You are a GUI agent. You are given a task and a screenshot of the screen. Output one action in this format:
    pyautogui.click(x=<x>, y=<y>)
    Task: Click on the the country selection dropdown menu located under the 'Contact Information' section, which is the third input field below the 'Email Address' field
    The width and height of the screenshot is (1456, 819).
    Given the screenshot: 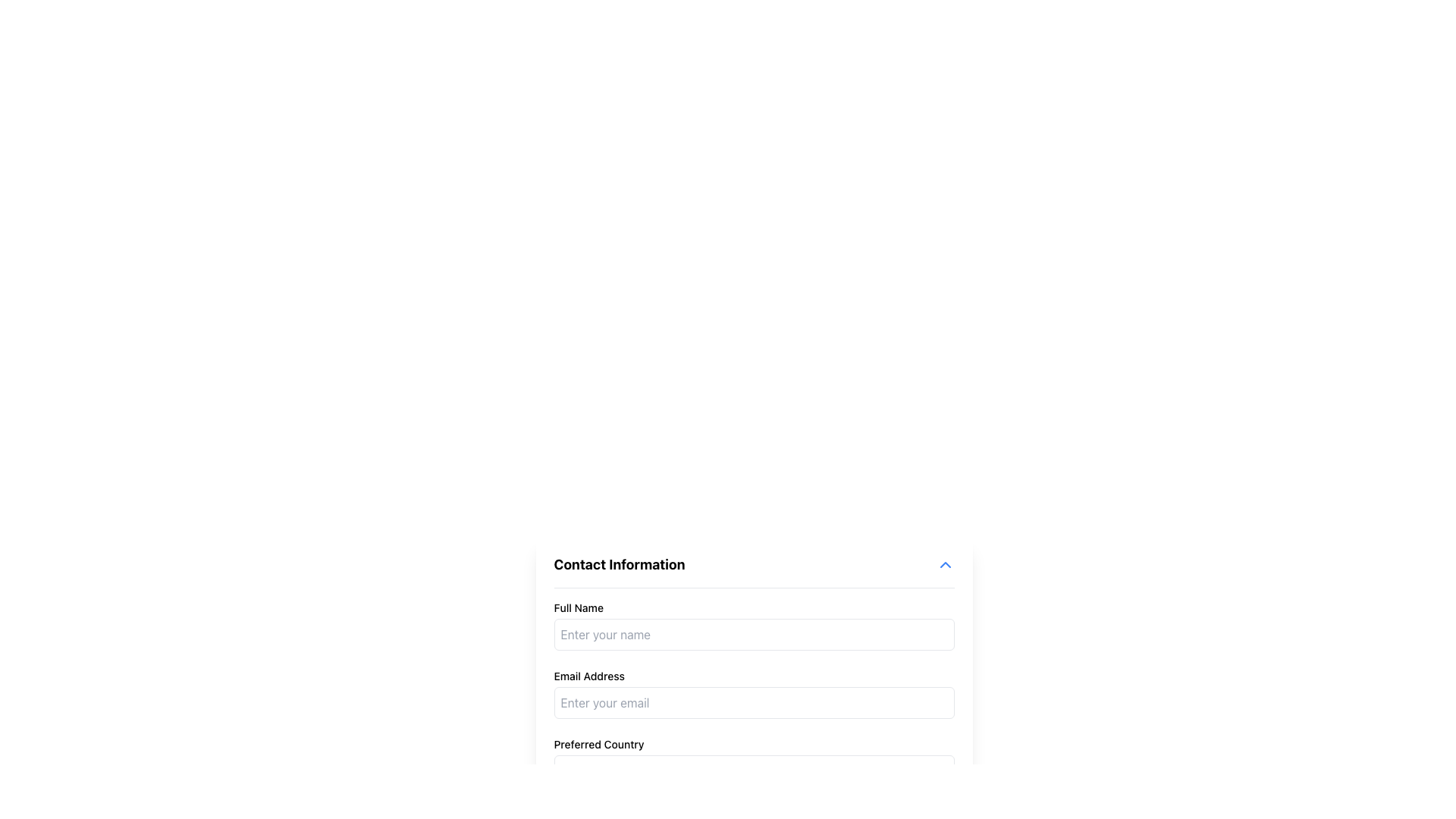 What is the action you would take?
    pyautogui.click(x=754, y=760)
    